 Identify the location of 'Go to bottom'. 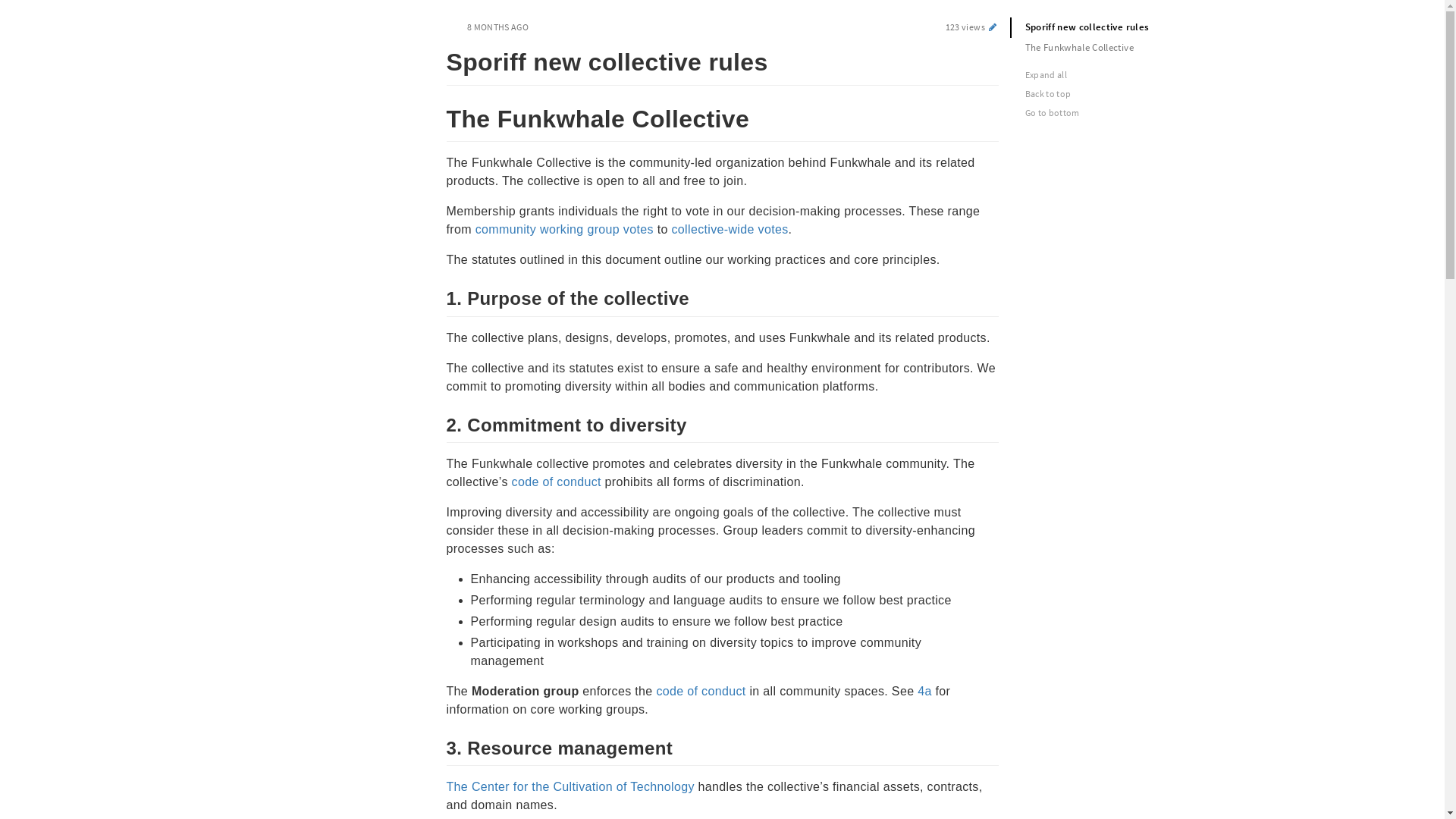
(1115, 111).